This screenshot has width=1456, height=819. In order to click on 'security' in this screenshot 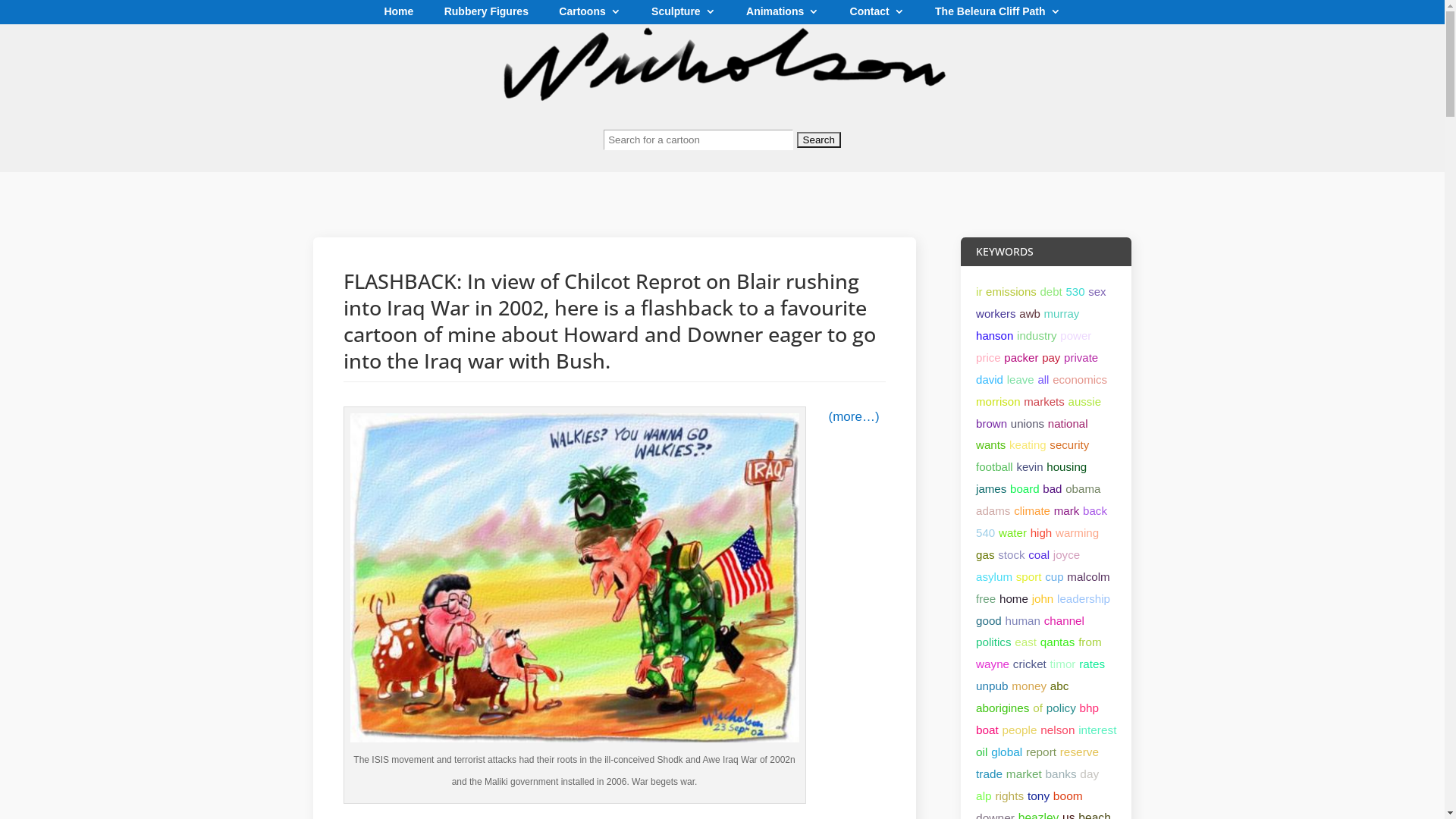, I will do `click(1068, 444)`.